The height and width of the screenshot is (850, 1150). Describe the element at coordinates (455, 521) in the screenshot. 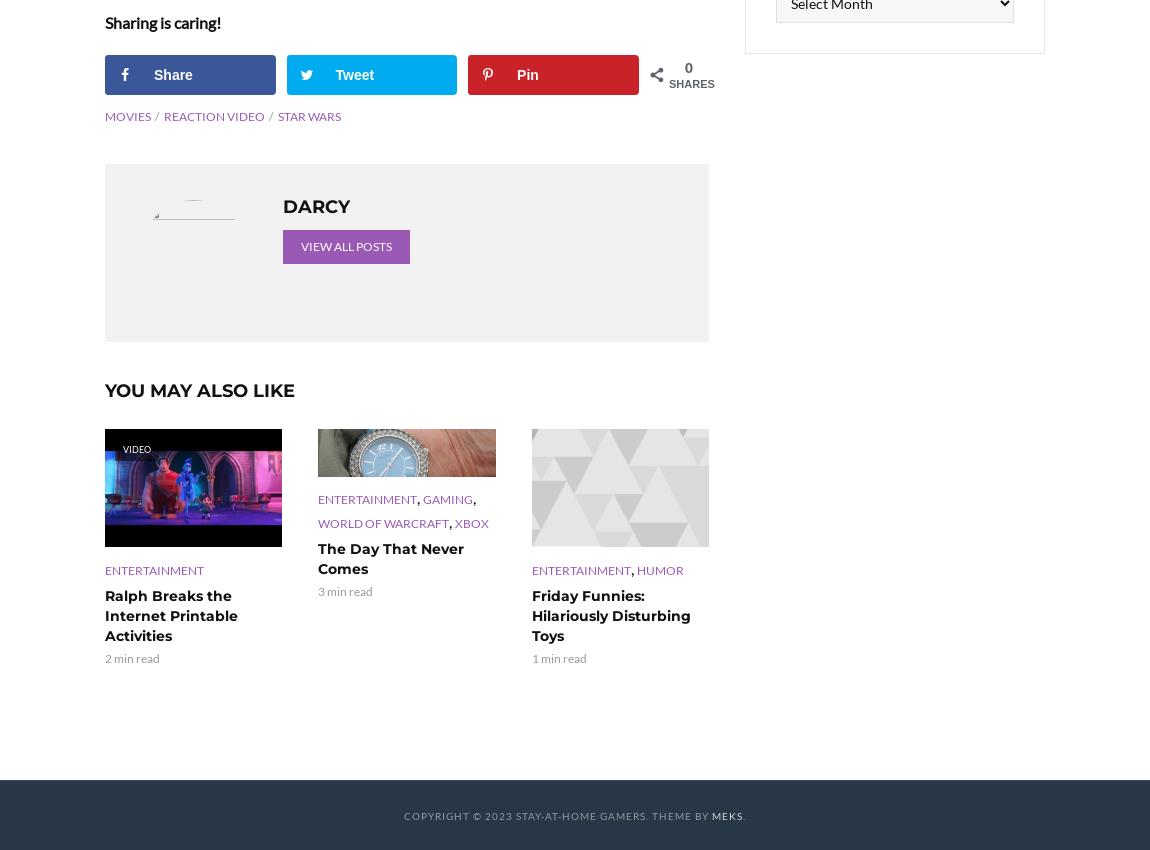

I see `'XBox'` at that location.